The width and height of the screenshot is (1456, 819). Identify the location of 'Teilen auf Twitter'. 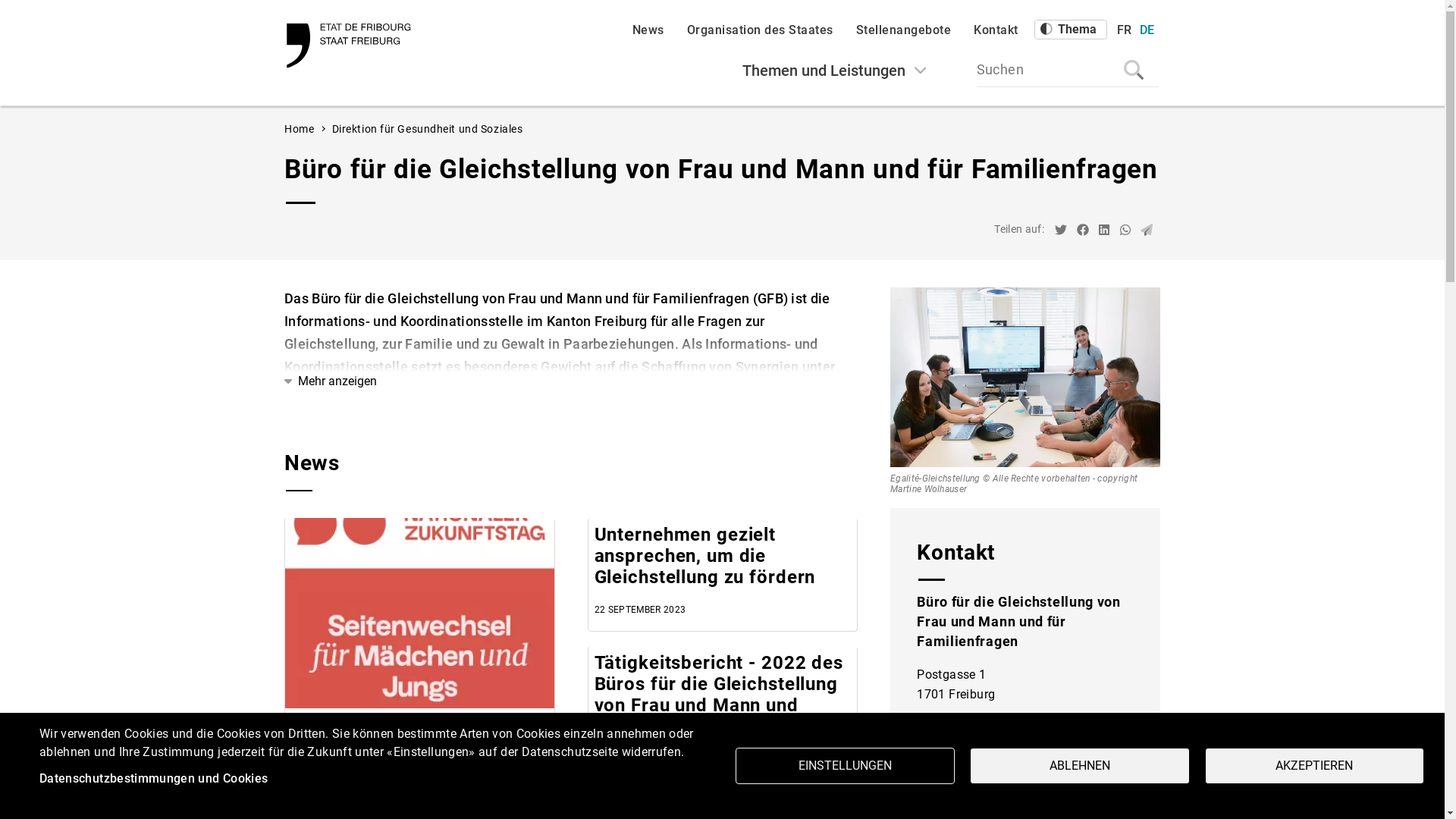
(1059, 231).